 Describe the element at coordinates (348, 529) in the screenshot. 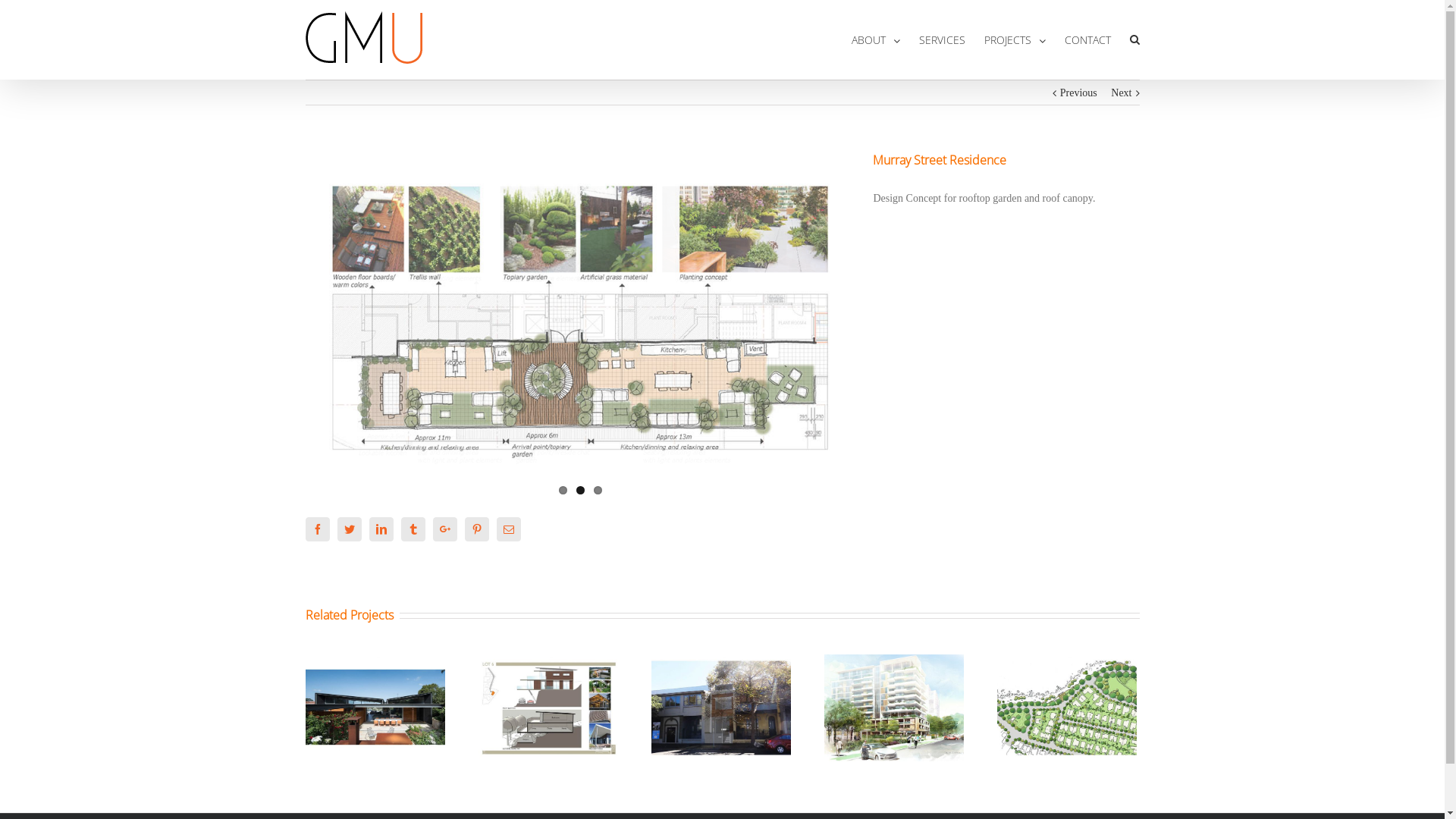

I see `'Twitter'` at that location.